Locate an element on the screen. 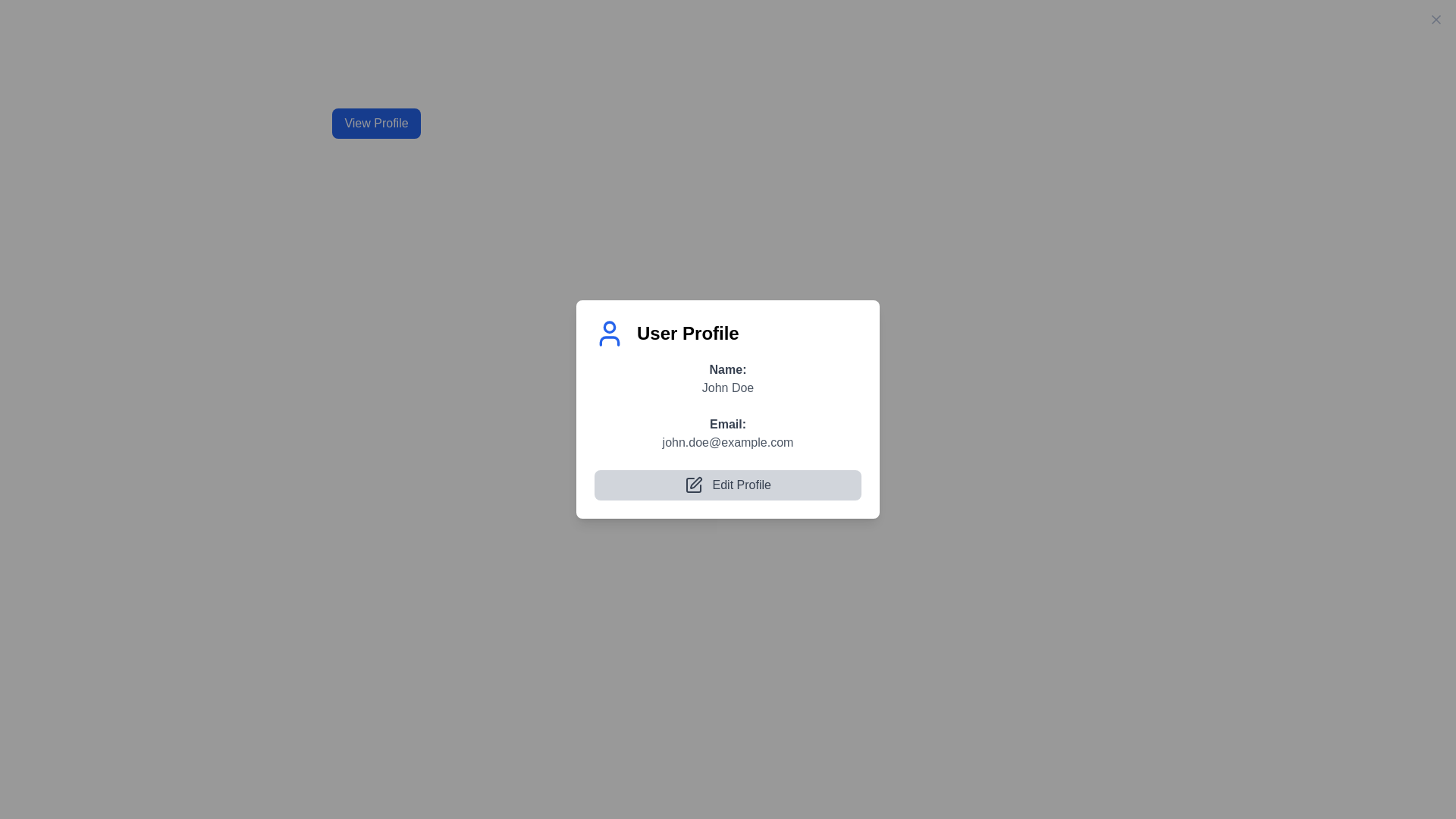  the vector graphical shape that is part of the pen icon located directly to the left of the 'Edit Profile' button is located at coordinates (693, 485).